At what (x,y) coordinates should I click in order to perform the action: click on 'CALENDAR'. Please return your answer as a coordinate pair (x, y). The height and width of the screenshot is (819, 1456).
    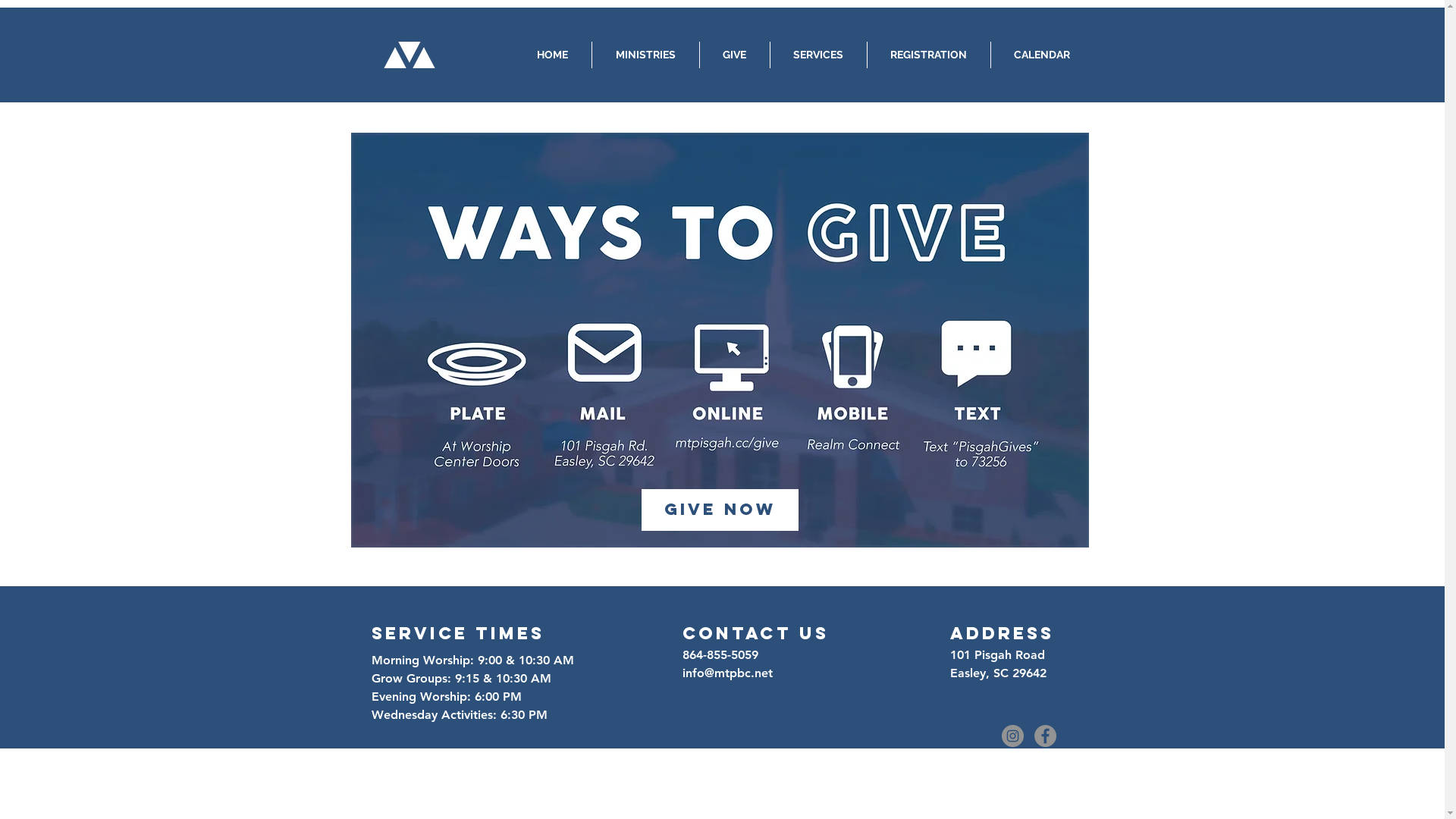
    Looking at the image, I should click on (1040, 54).